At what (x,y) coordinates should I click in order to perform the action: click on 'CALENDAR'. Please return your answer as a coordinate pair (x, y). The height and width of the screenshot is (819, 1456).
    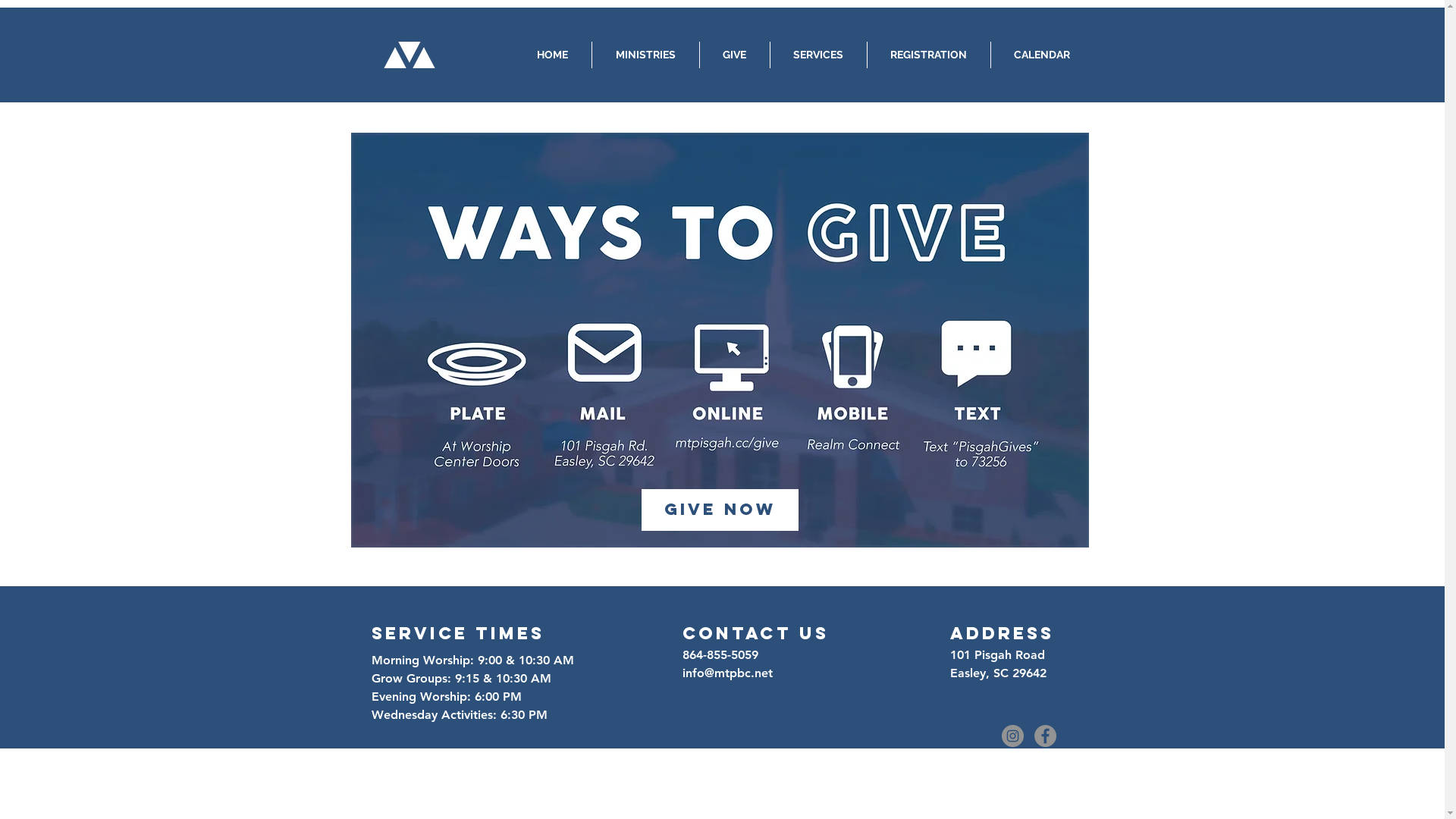
    Looking at the image, I should click on (1040, 54).